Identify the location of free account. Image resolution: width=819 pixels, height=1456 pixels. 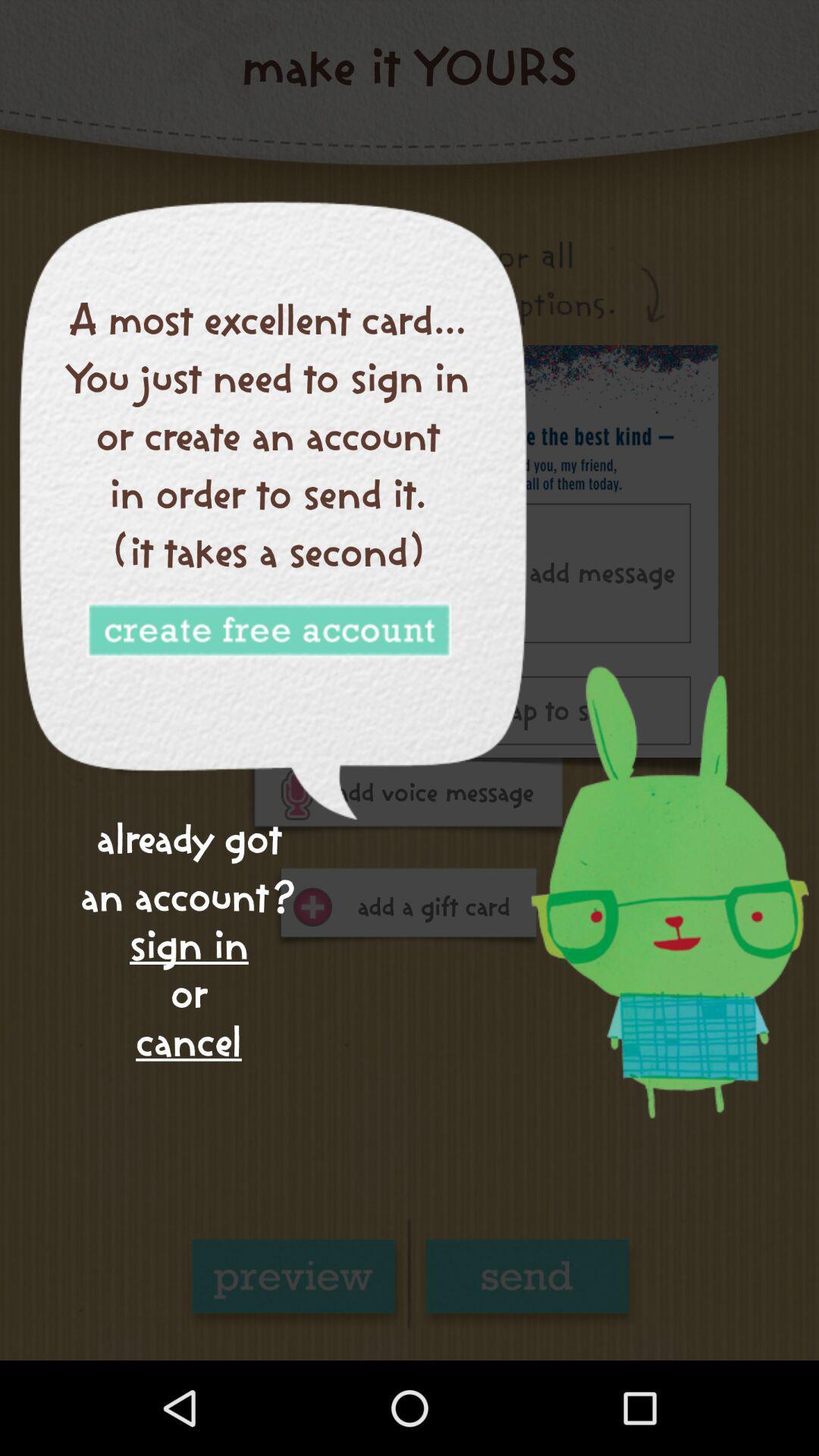
(268, 631).